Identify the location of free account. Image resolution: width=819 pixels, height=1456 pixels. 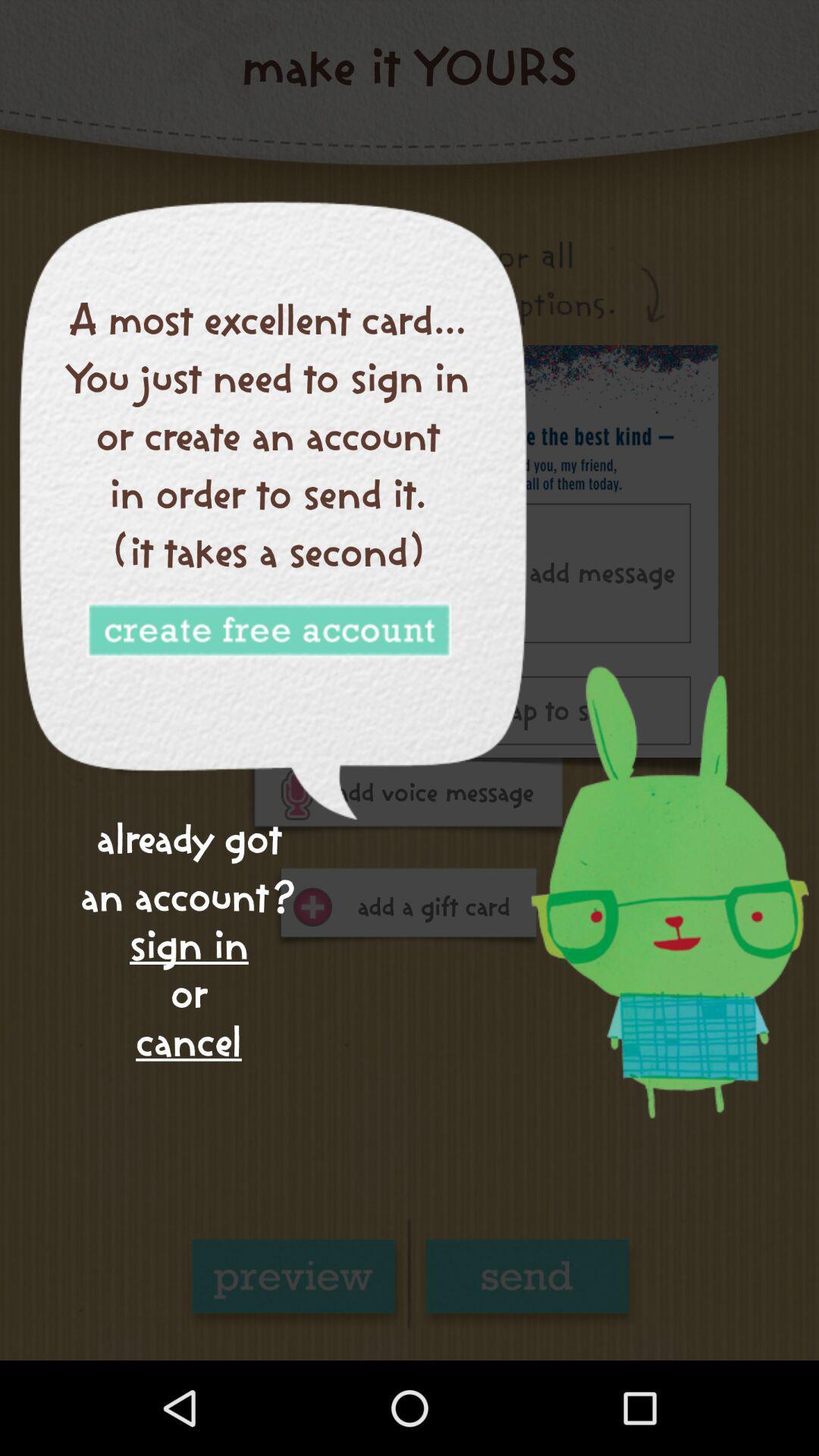
(268, 631).